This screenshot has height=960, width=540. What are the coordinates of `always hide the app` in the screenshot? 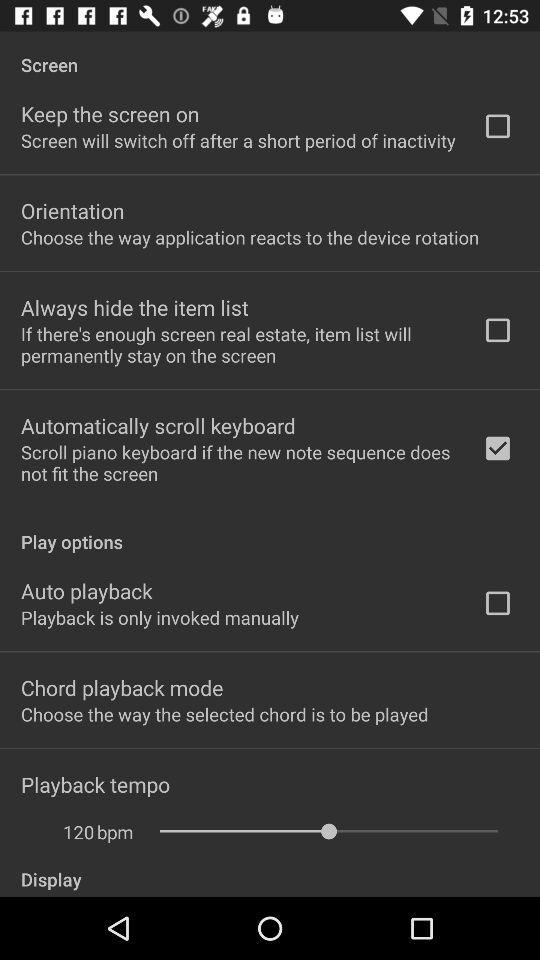 It's located at (134, 307).